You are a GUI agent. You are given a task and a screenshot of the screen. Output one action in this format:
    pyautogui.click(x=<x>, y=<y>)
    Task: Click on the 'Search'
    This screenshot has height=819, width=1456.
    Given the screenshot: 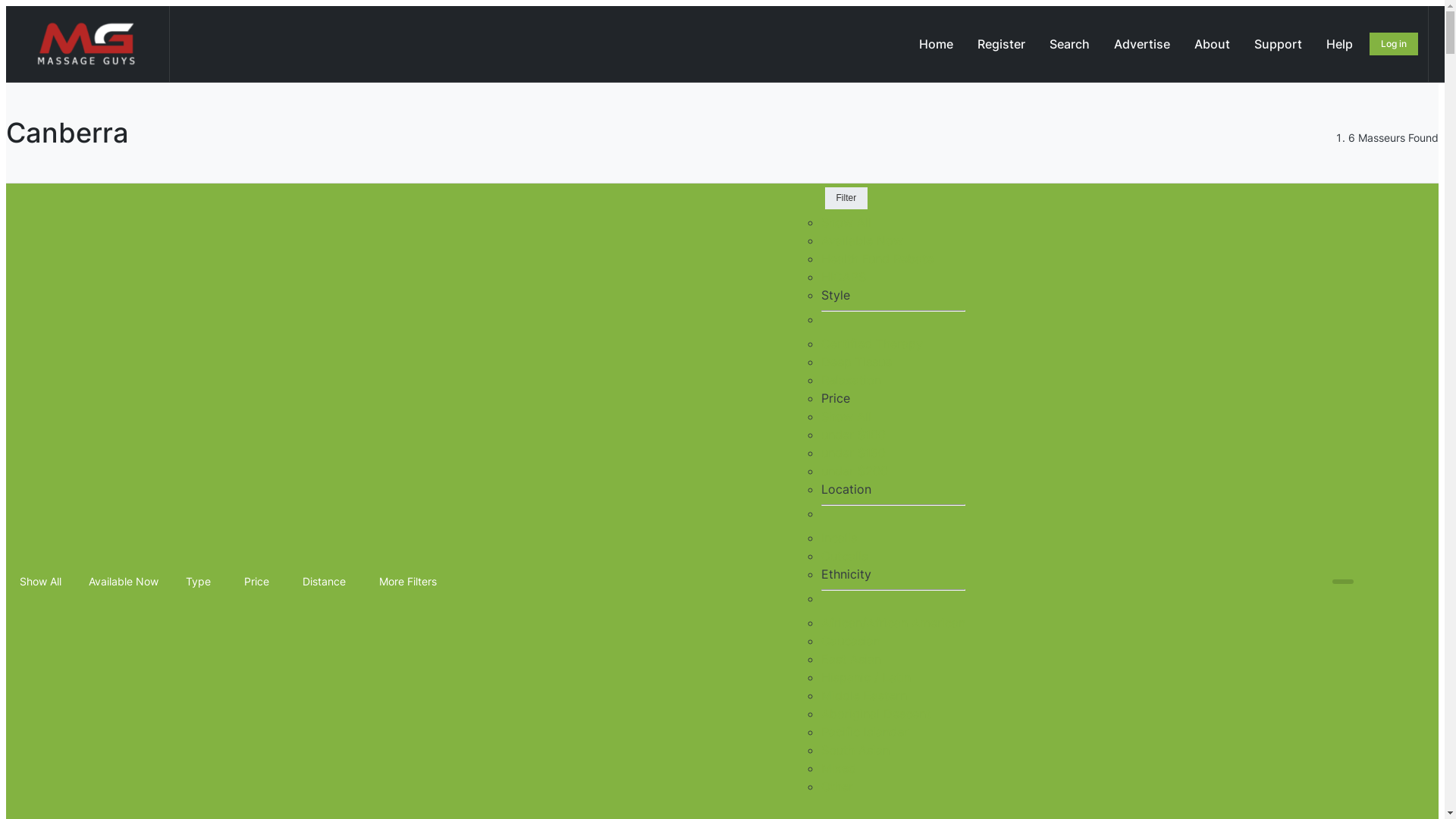 What is the action you would take?
    pyautogui.click(x=1068, y=42)
    